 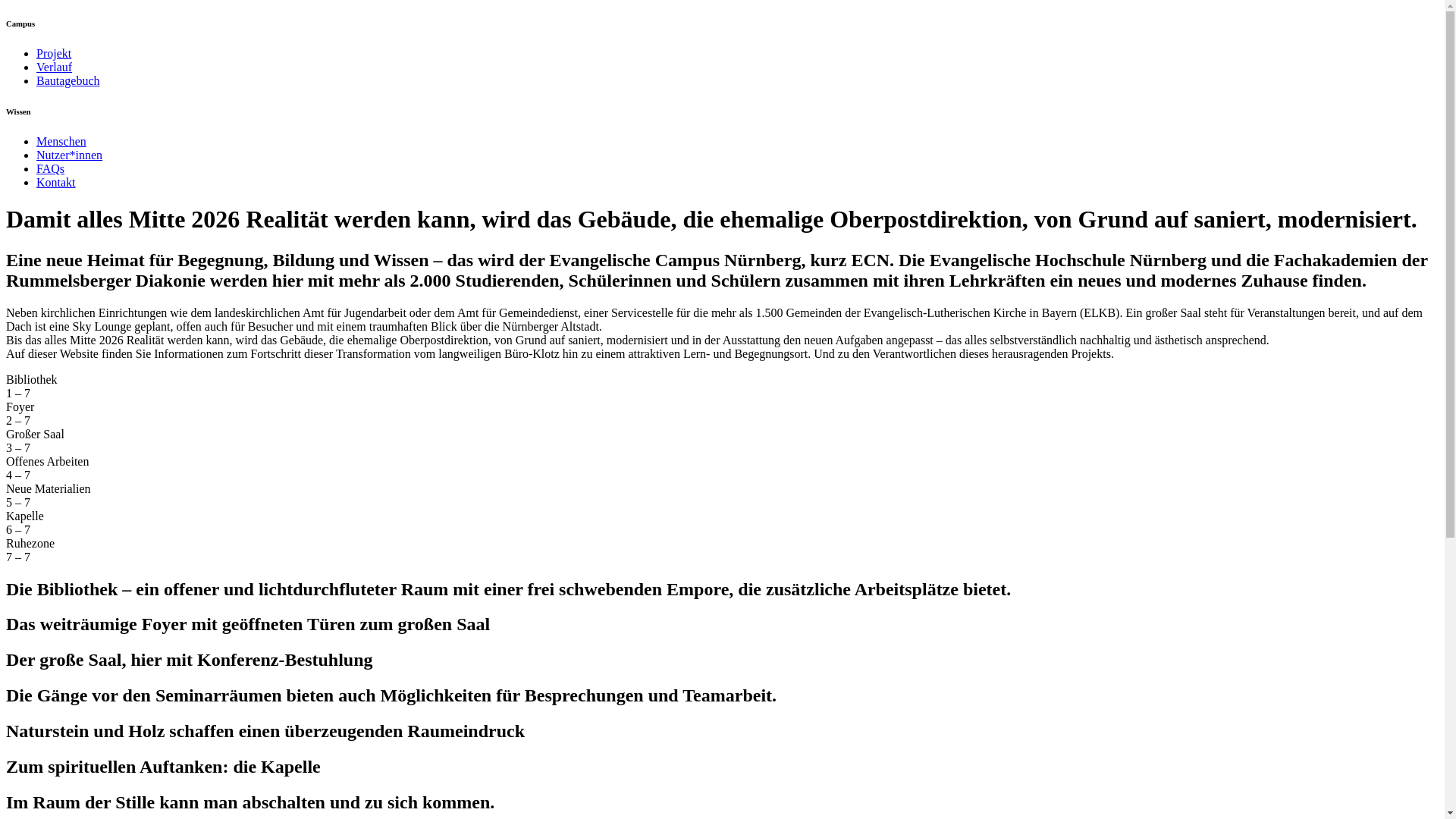 I want to click on 'Nutzer*innen', so click(x=68, y=155).